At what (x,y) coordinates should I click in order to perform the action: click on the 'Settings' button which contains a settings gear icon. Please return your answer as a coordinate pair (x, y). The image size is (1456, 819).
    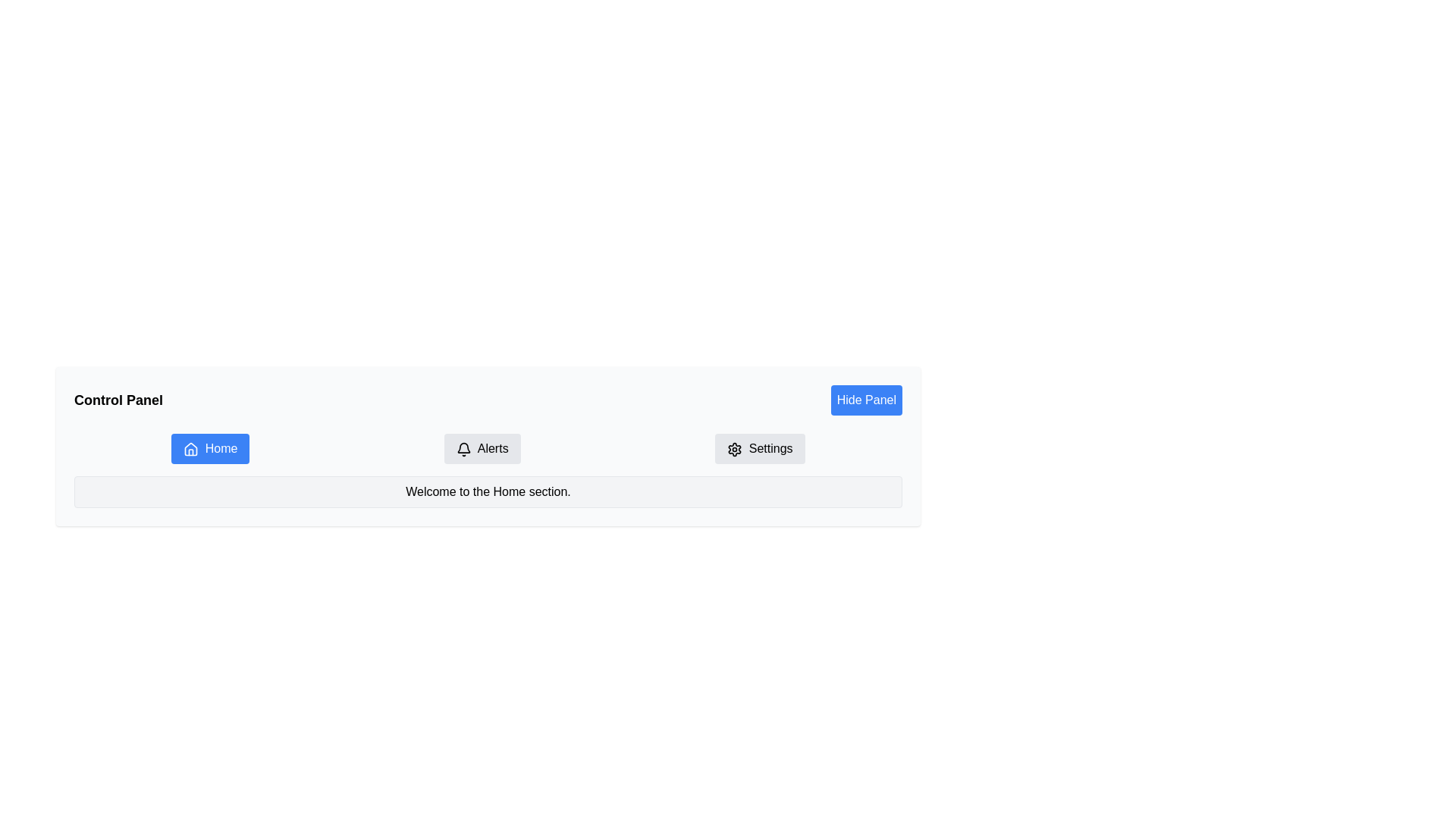
    Looking at the image, I should click on (735, 448).